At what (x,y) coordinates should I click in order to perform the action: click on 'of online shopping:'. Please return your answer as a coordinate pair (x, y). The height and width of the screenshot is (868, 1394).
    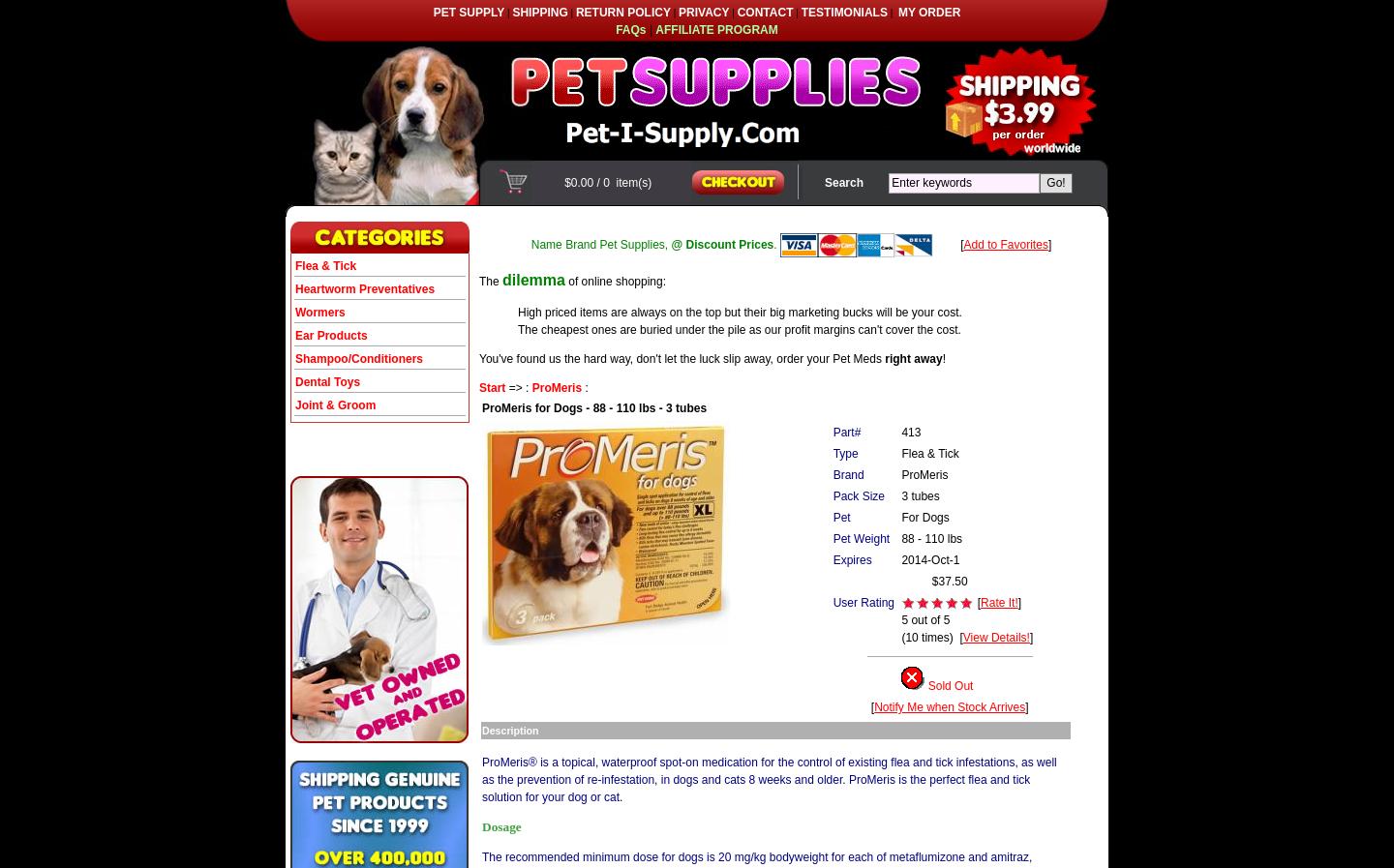
    Looking at the image, I should click on (614, 280).